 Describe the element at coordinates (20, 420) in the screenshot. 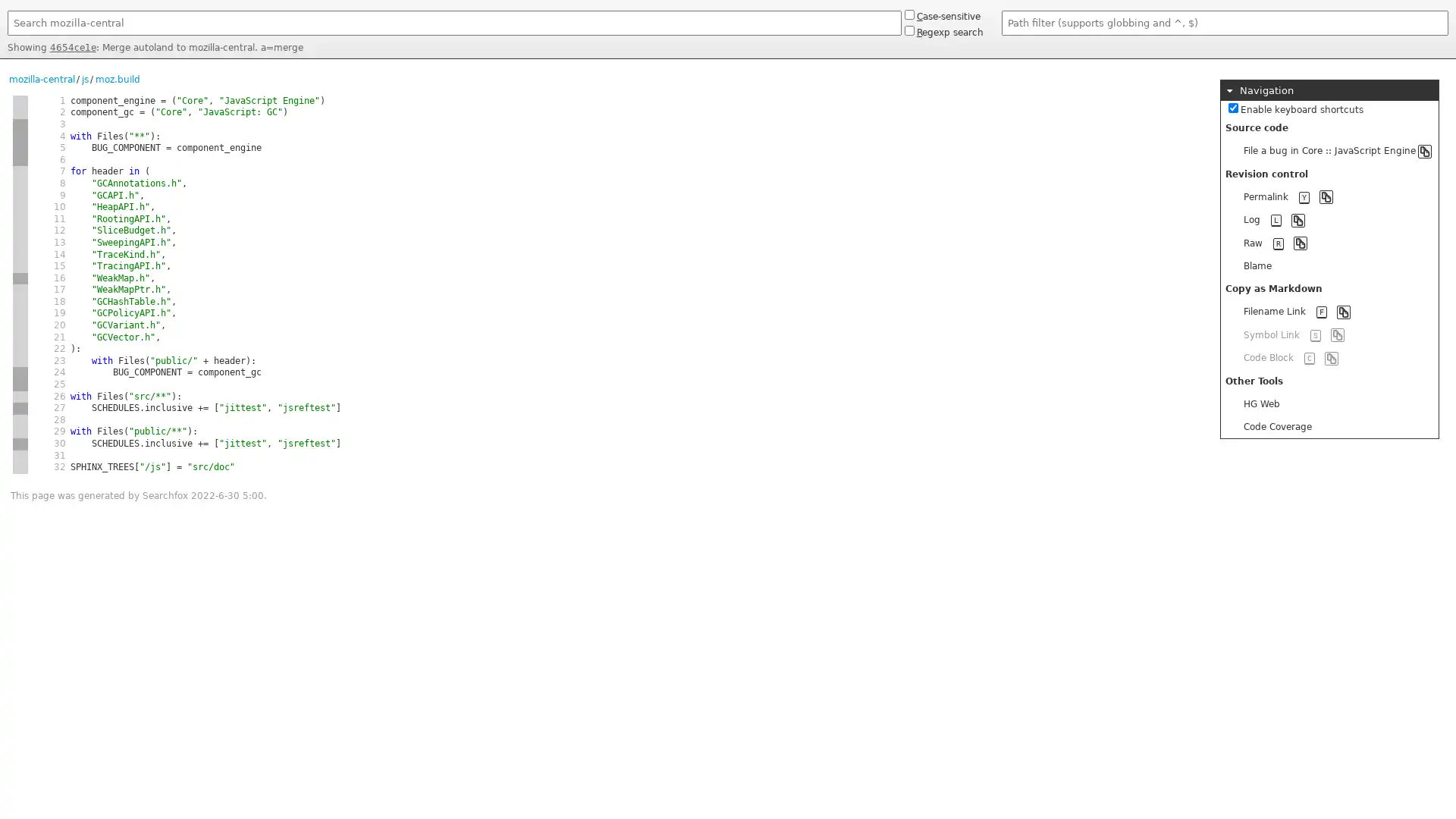

I see `new hash 4` at that location.